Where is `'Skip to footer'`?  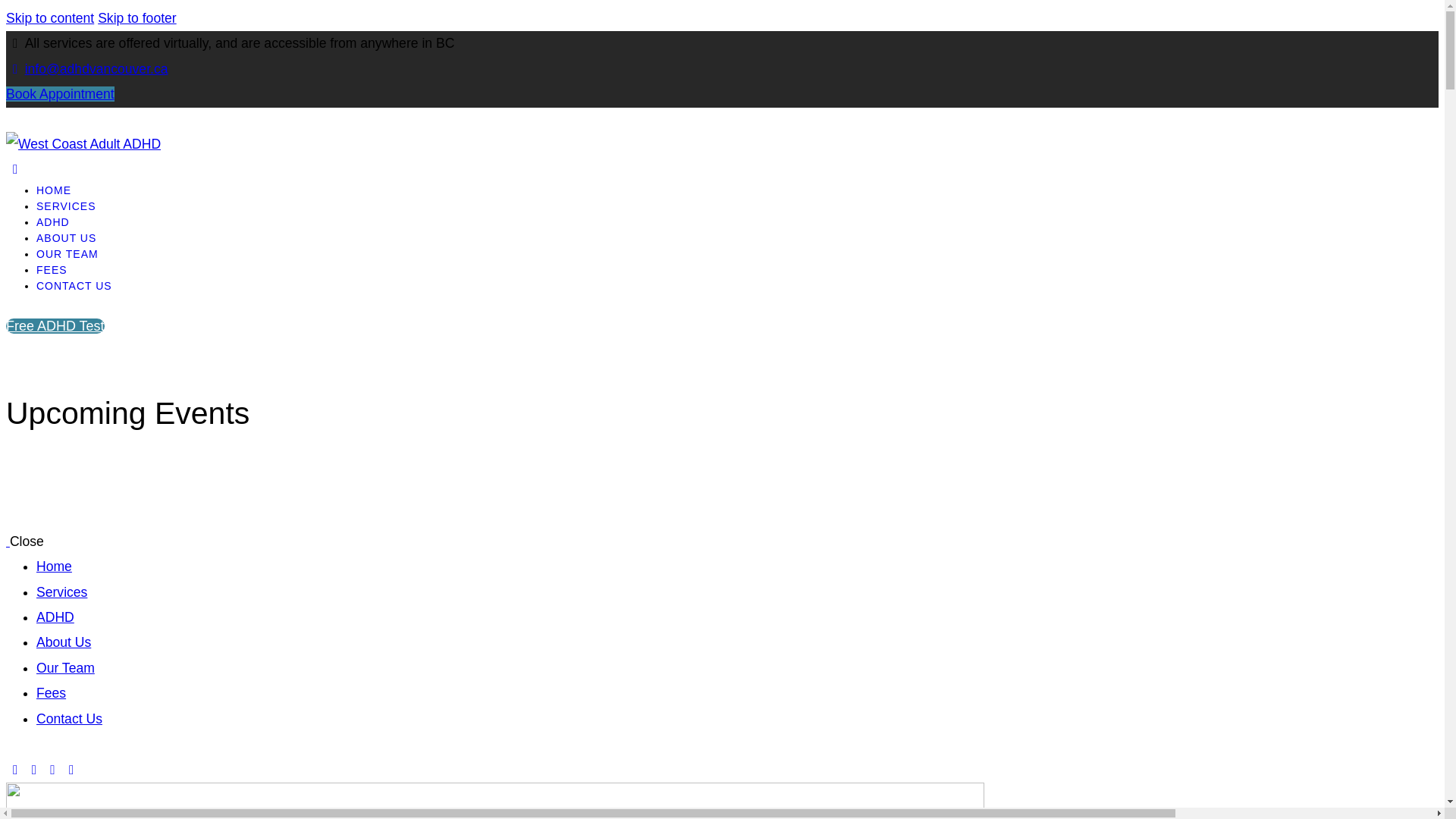 'Skip to footer' is located at coordinates (137, 17).